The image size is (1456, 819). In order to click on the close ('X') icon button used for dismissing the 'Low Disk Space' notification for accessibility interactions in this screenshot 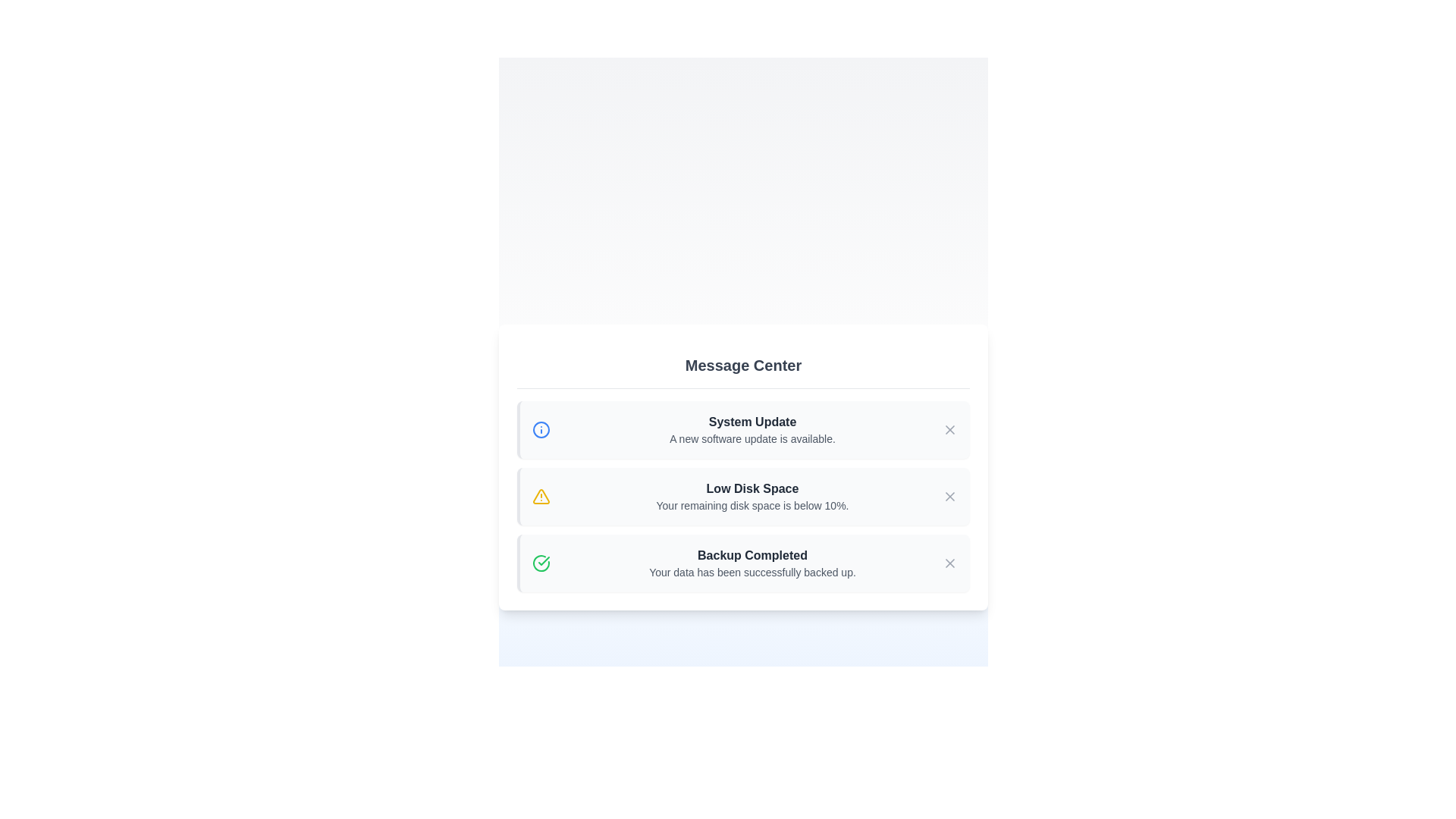, I will do `click(949, 496)`.